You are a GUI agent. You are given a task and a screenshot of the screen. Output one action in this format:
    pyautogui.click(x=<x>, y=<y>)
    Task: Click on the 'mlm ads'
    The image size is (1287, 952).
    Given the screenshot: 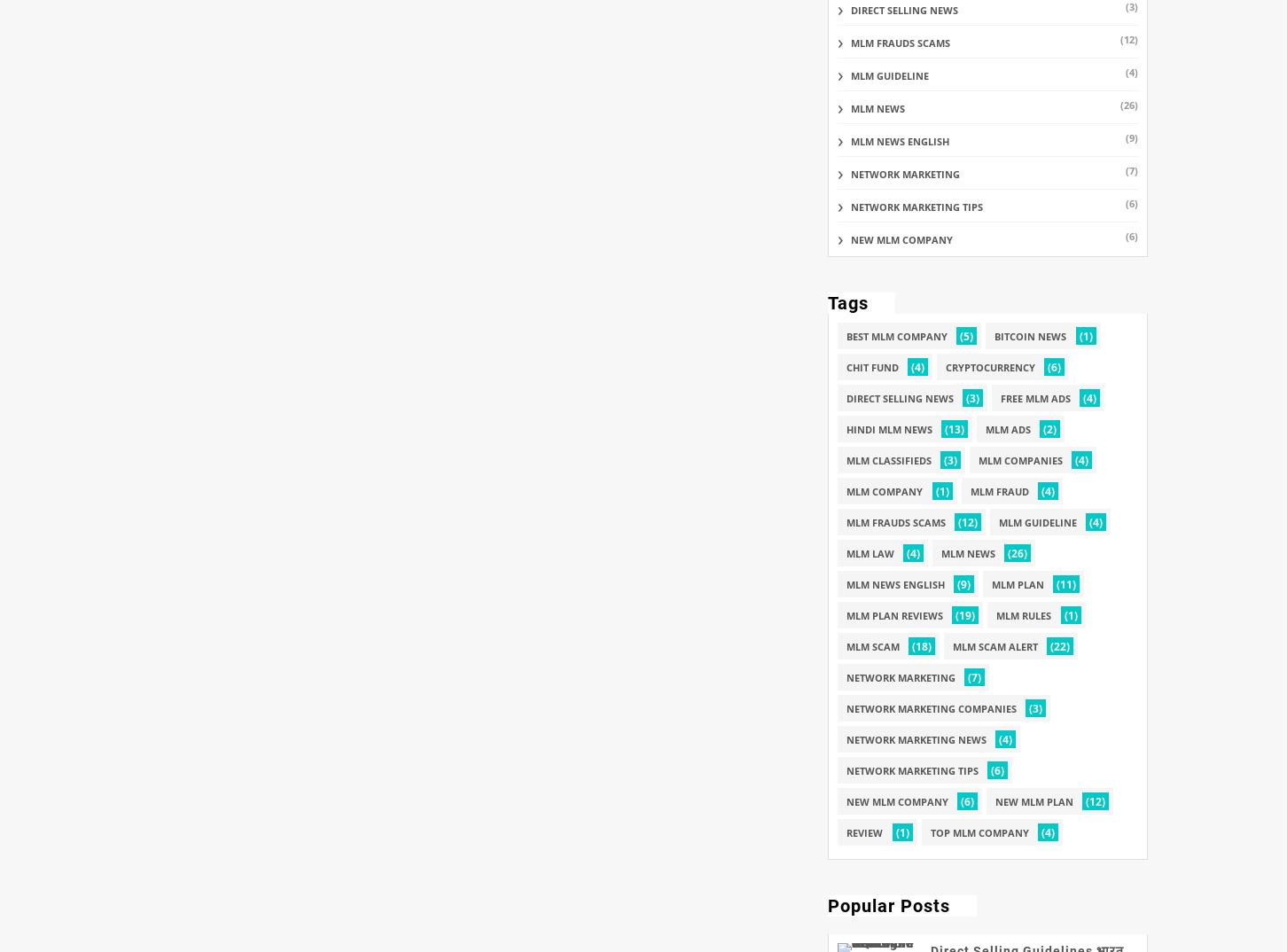 What is the action you would take?
    pyautogui.click(x=1008, y=429)
    